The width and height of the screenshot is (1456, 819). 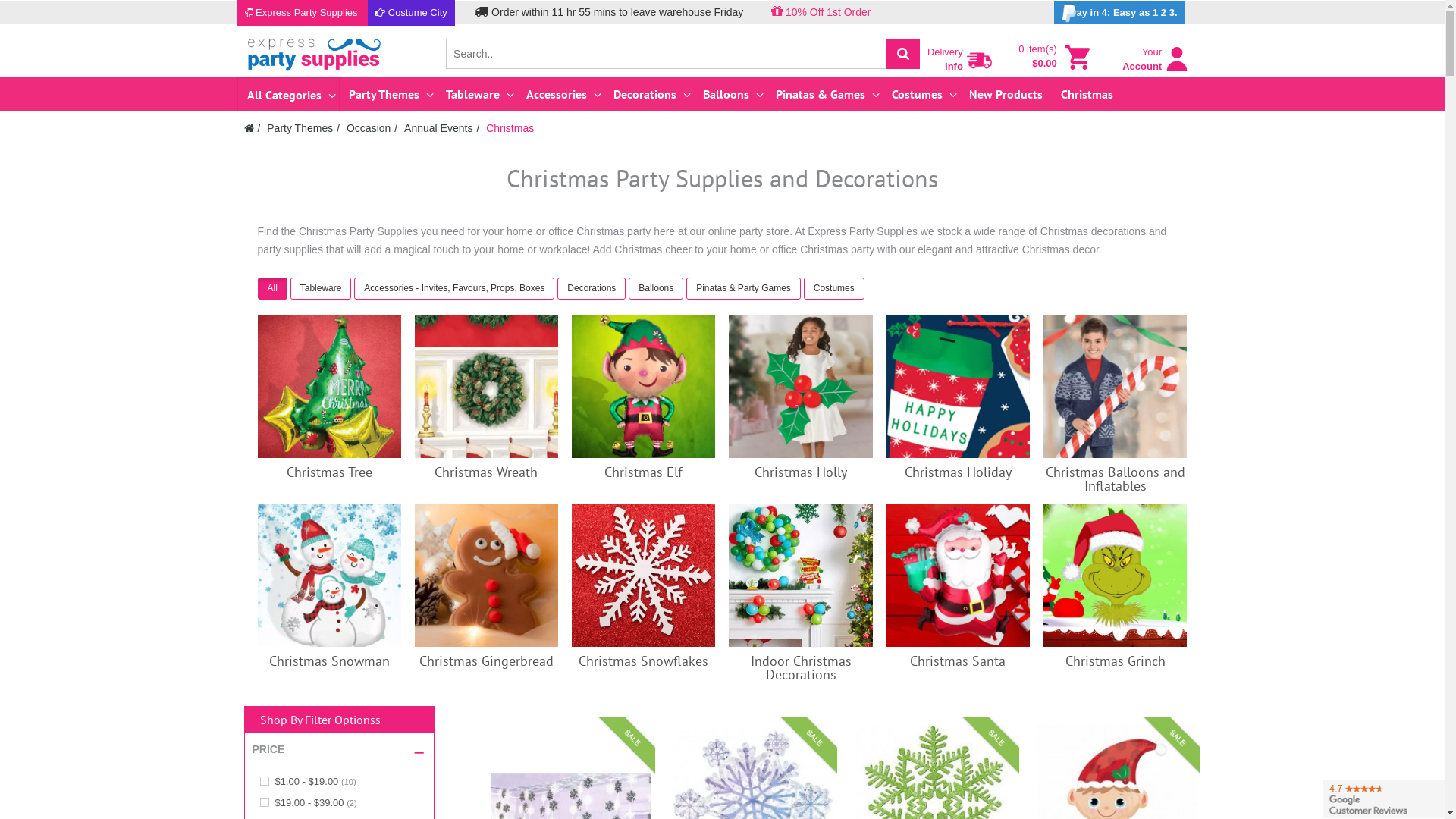 I want to click on 'Christmas Santa', so click(x=886, y=575).